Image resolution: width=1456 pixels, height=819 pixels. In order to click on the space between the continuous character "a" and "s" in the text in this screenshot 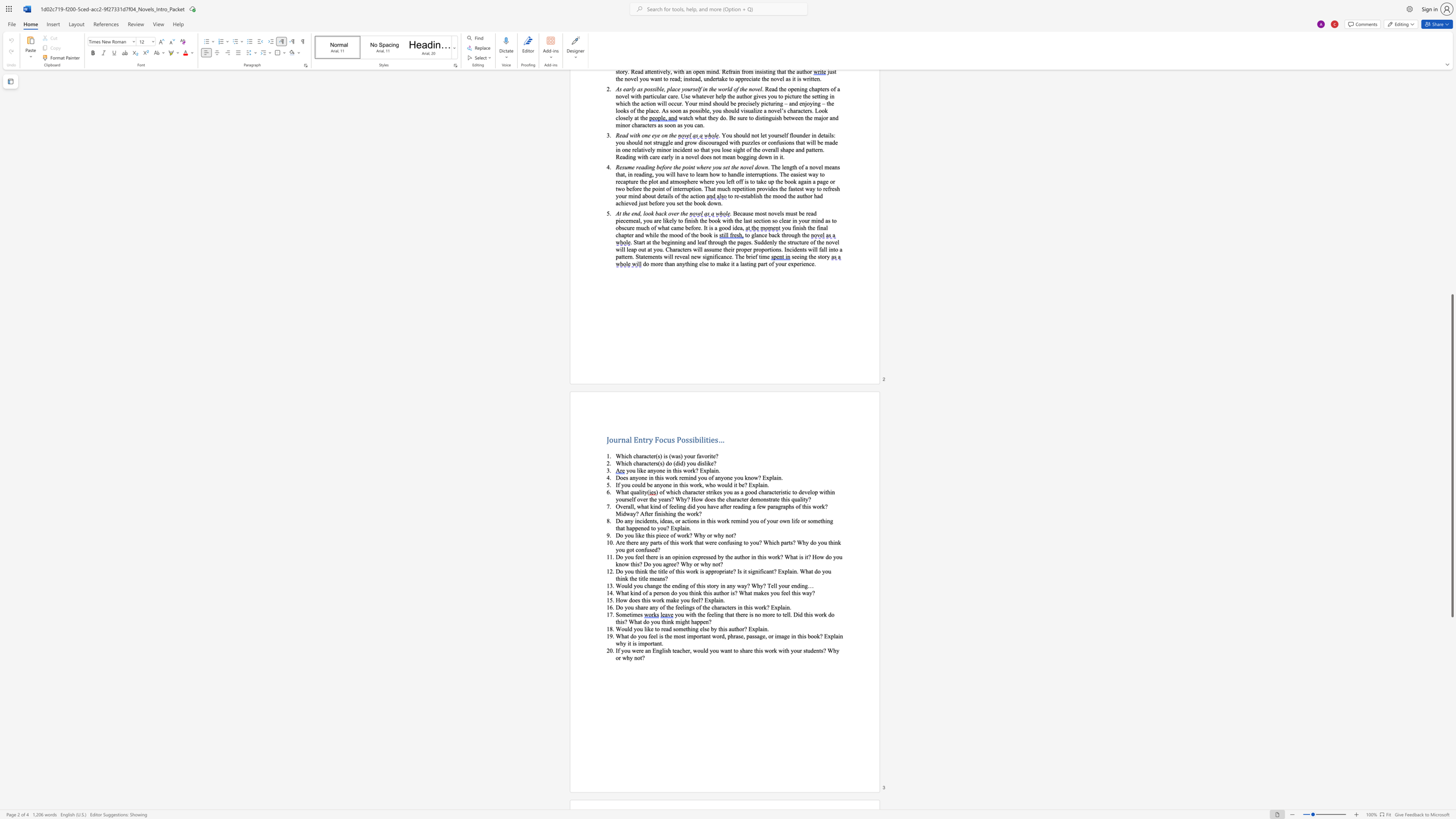, I will do `click(736, 491)`.